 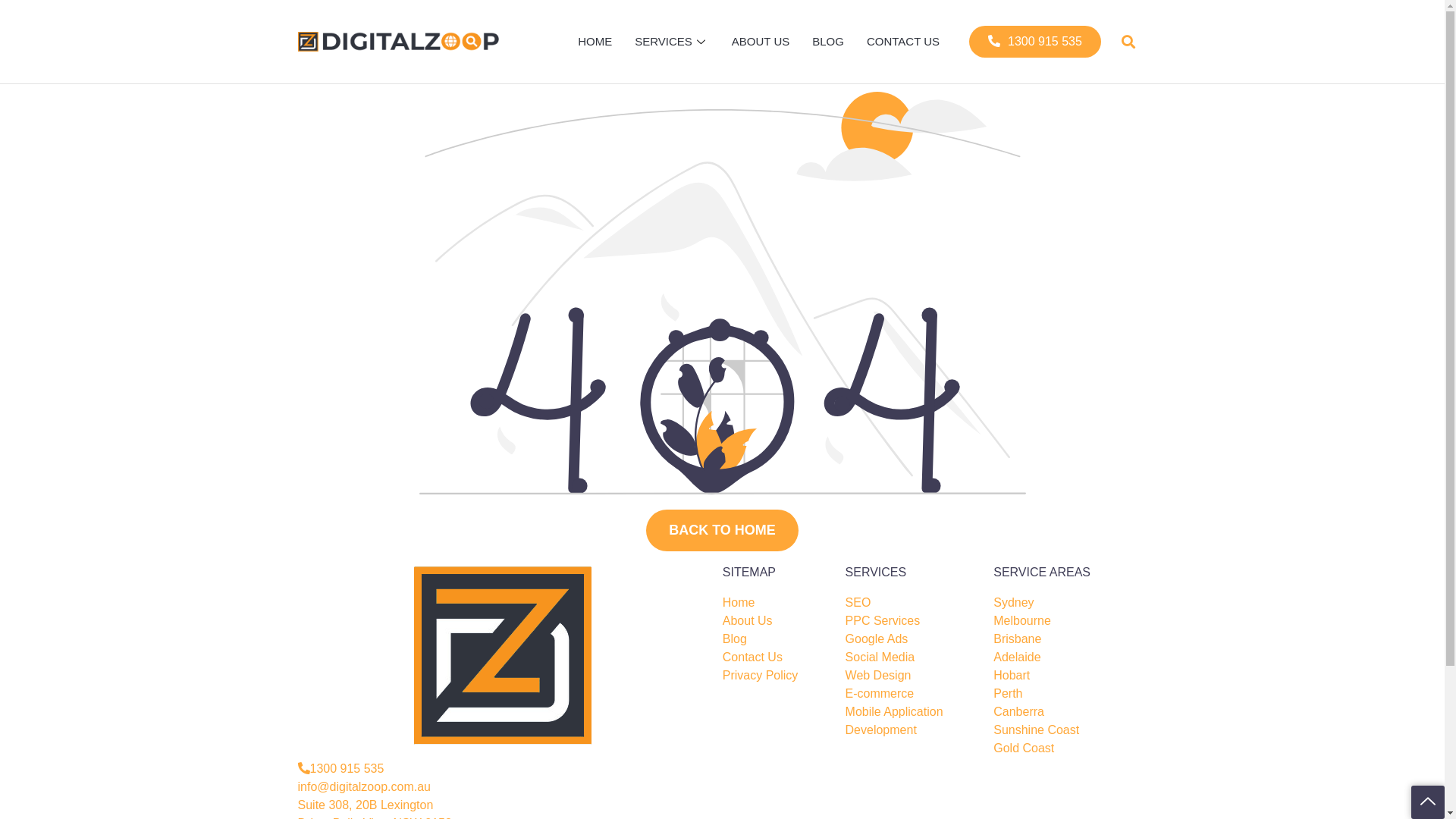 I want to click on 'Hobart', so click(x=1012, y=675).